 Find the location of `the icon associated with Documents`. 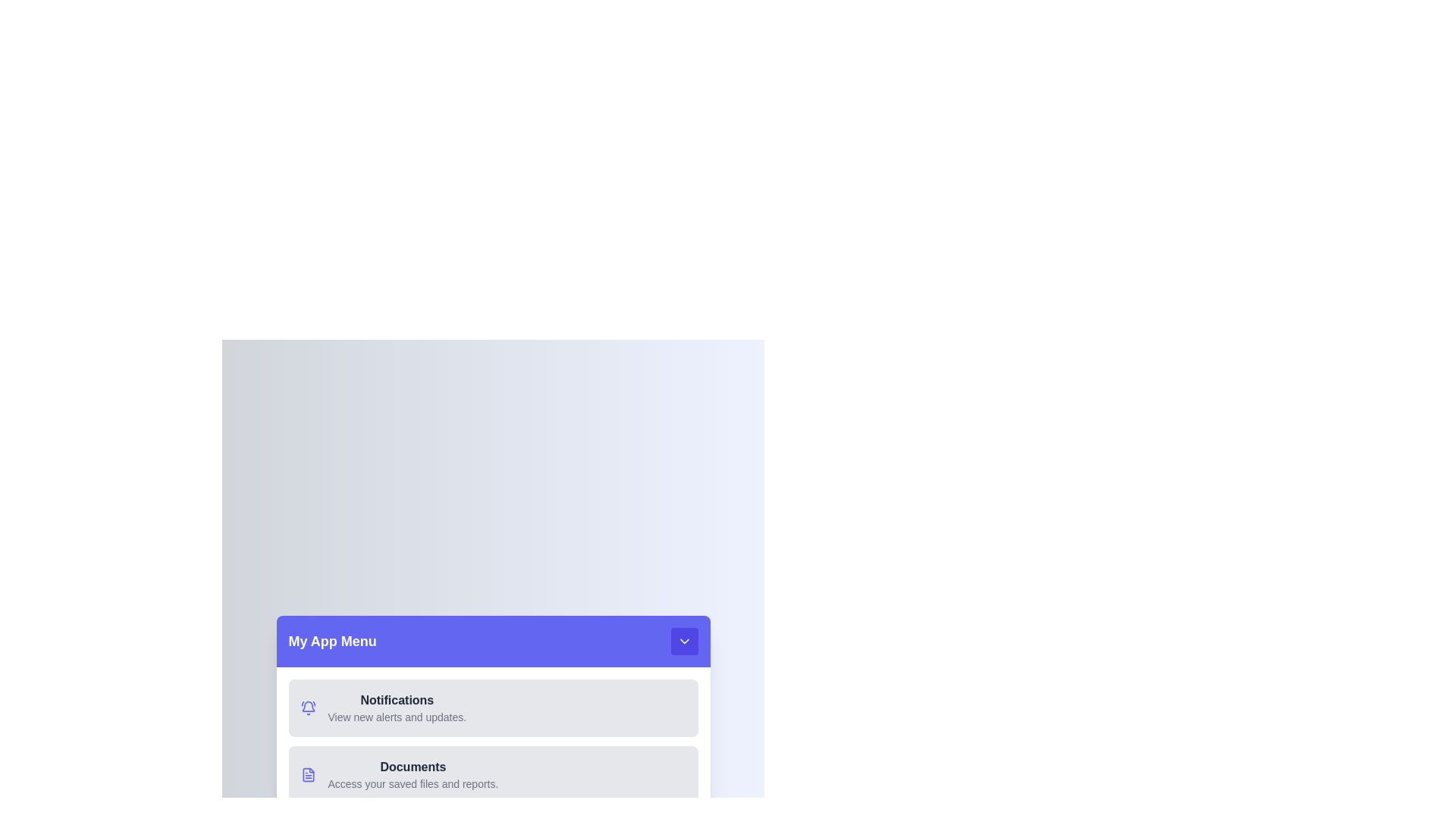

the icon associated with Documents is located at coordinates (307, 775).